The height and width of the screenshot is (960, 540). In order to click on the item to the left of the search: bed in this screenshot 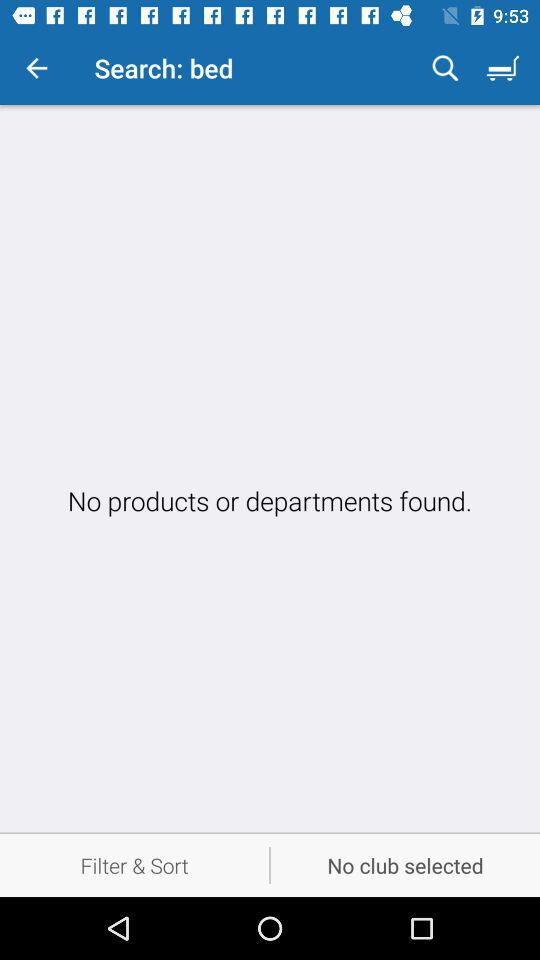, I will do `click(36, 68)`.